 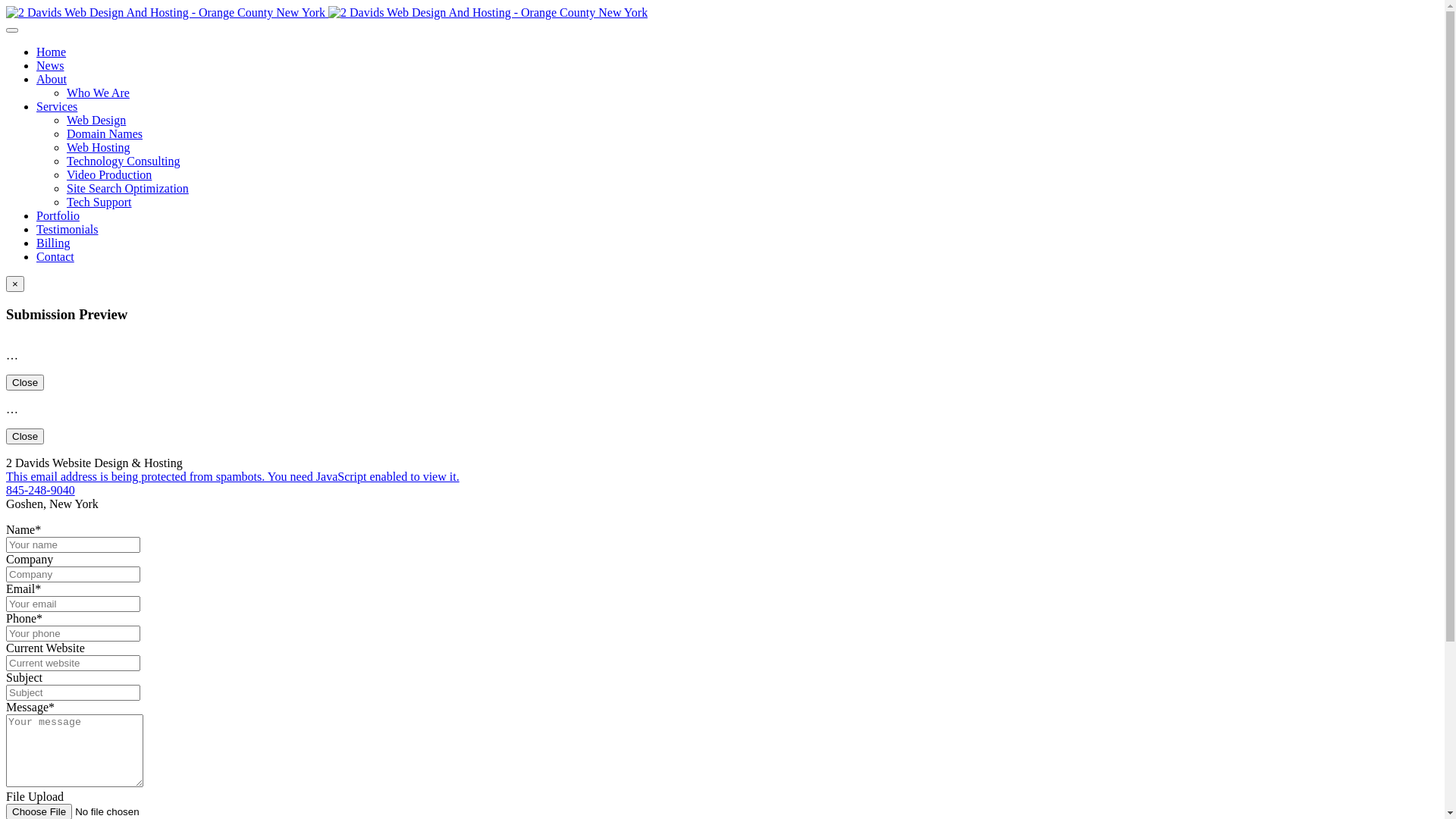 What do you see at coordinates (104, 133) in the screenshot?
I see `'Domain Names'` at bounding box center [104, 133].